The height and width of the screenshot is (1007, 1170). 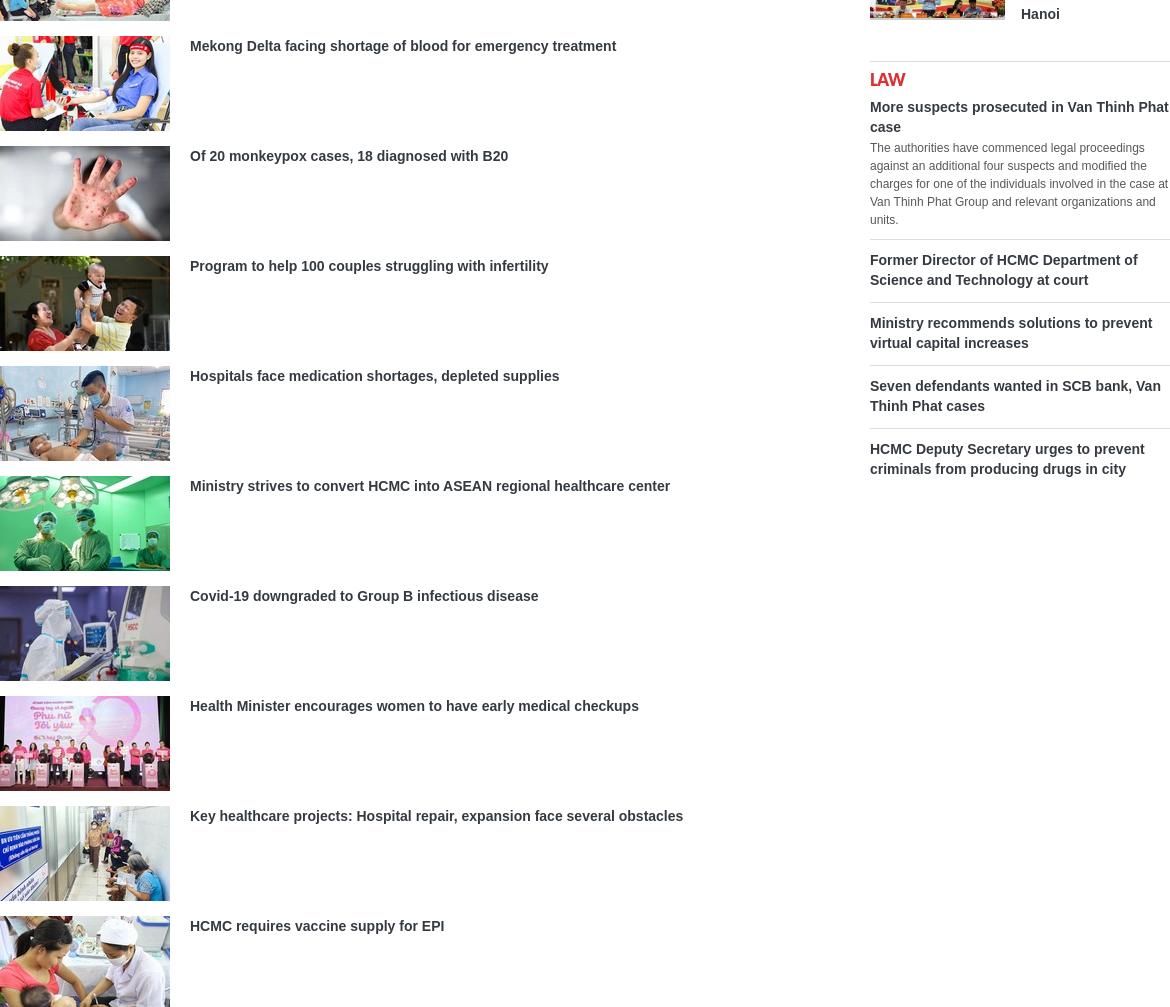 What do you see at coordinates (368, 265) in the screenshot?
I see `'Program to help 100 couples struggling with infertility'` at bounding box center [368, 265].